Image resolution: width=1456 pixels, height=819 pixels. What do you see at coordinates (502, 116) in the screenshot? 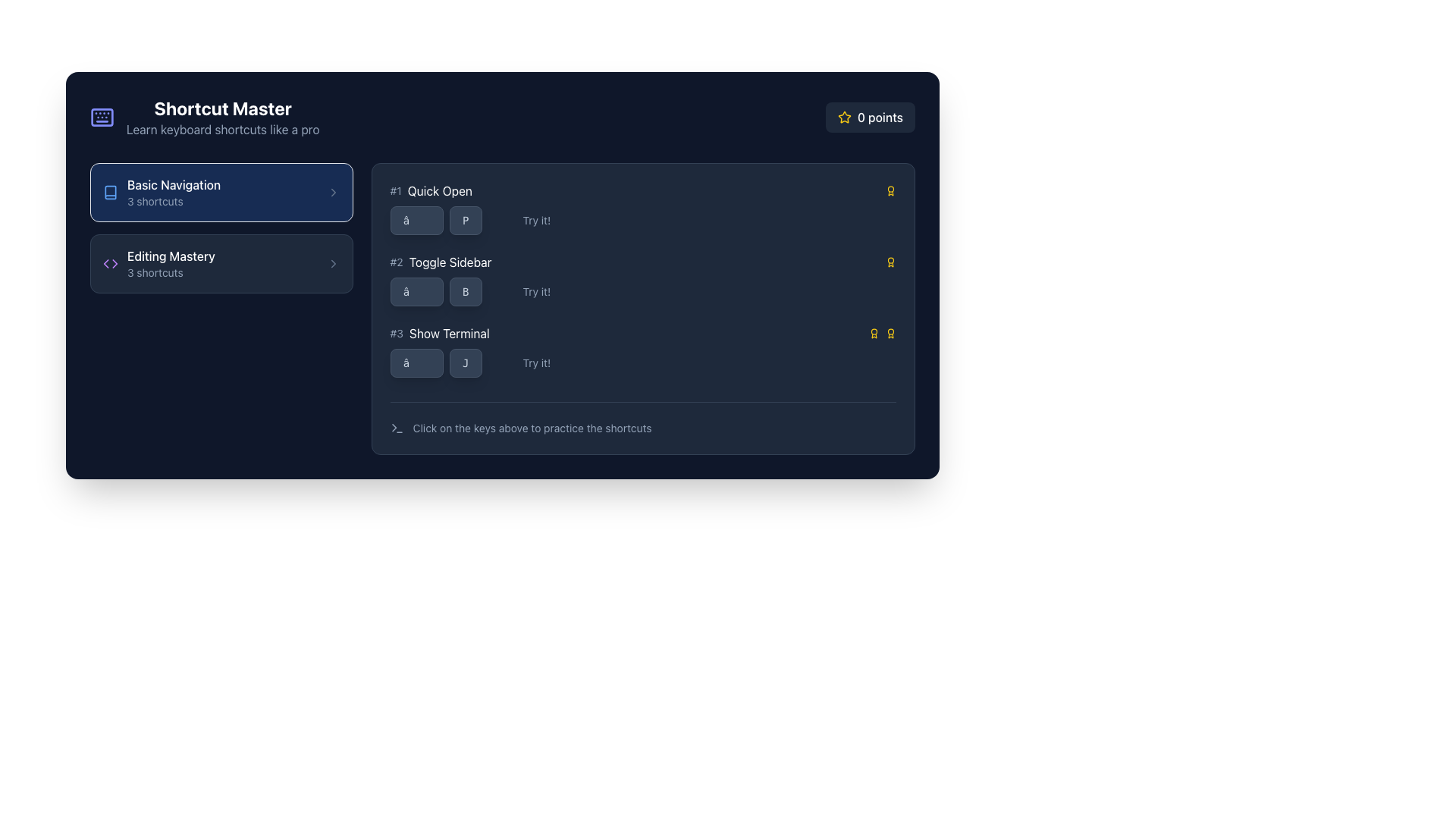
I see `the points badge located in the header at the top of the shortcut interface to check current achievements` at bounding box center [502, 116].